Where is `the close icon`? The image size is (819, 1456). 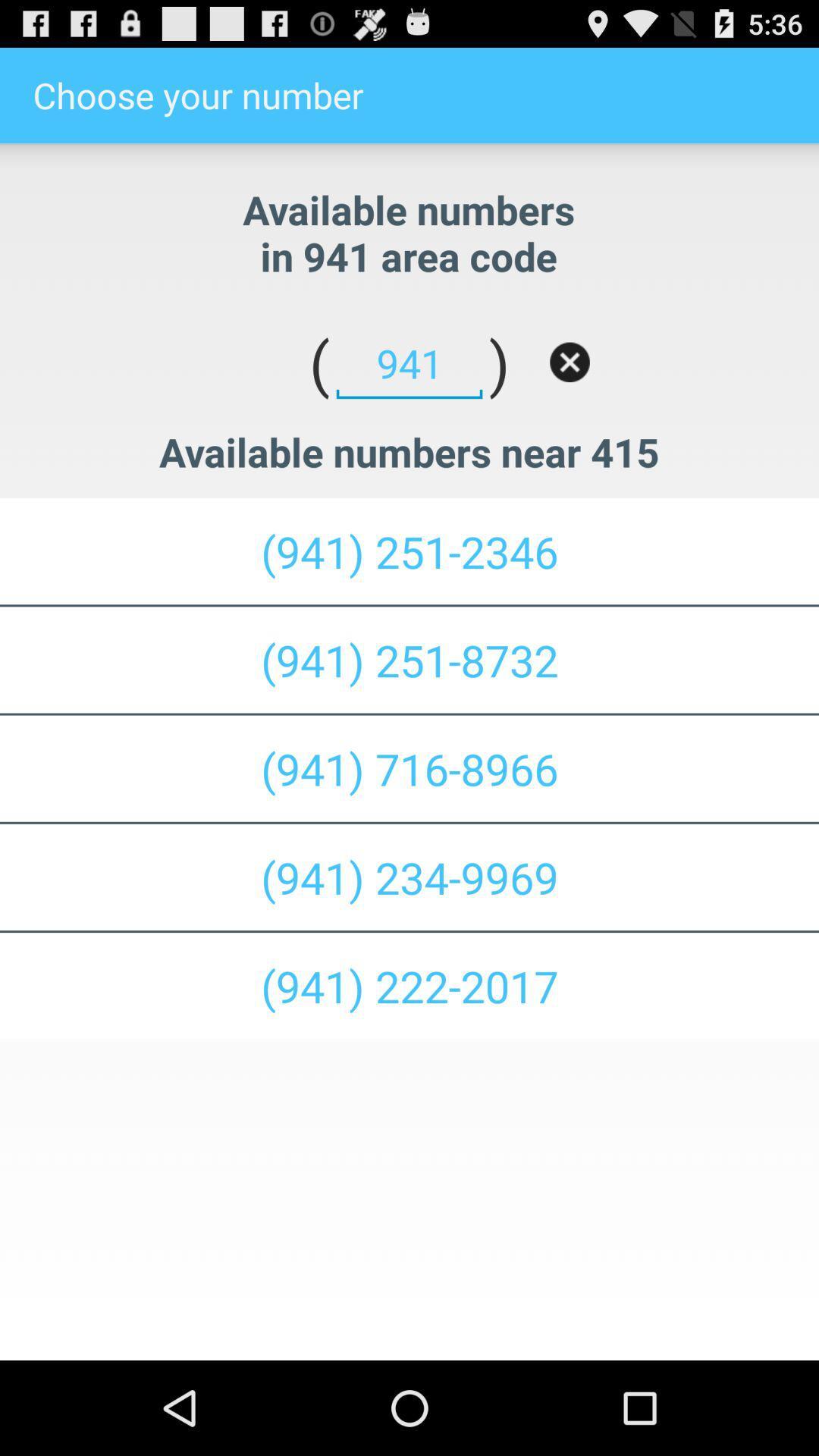 the close icon is located at coordinates (570, 388).